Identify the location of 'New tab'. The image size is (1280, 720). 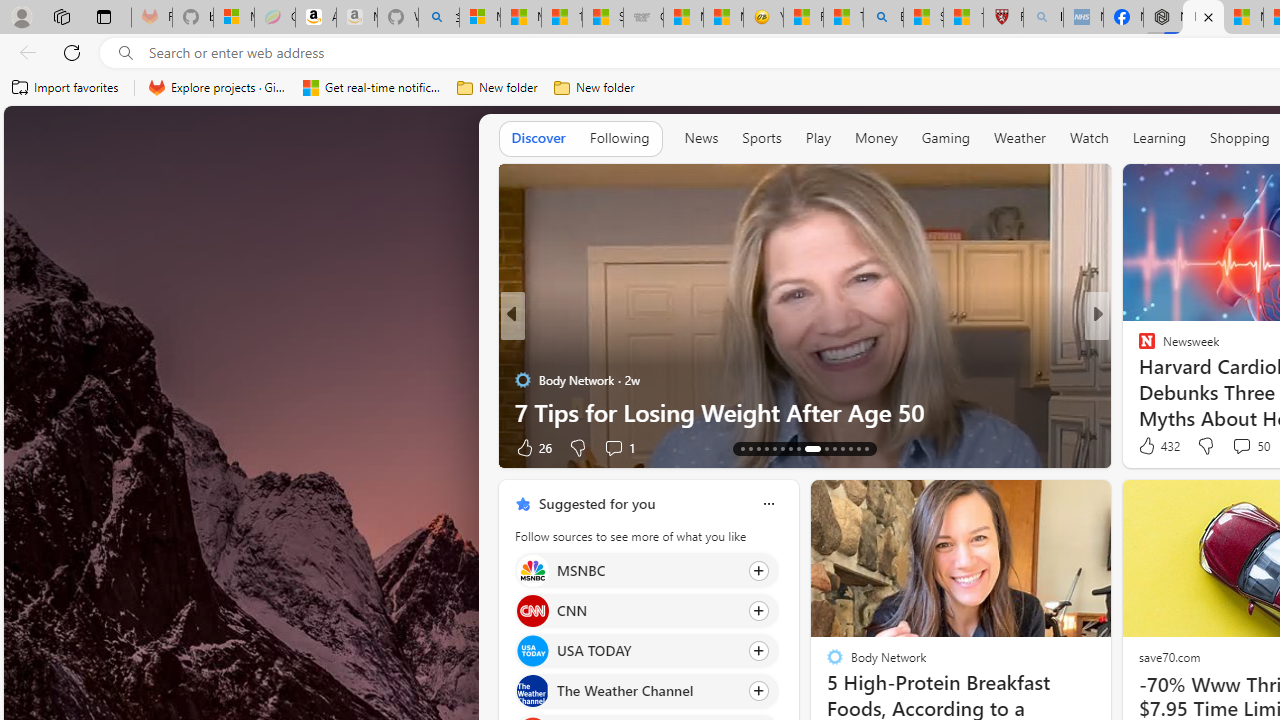
(1202, 17).